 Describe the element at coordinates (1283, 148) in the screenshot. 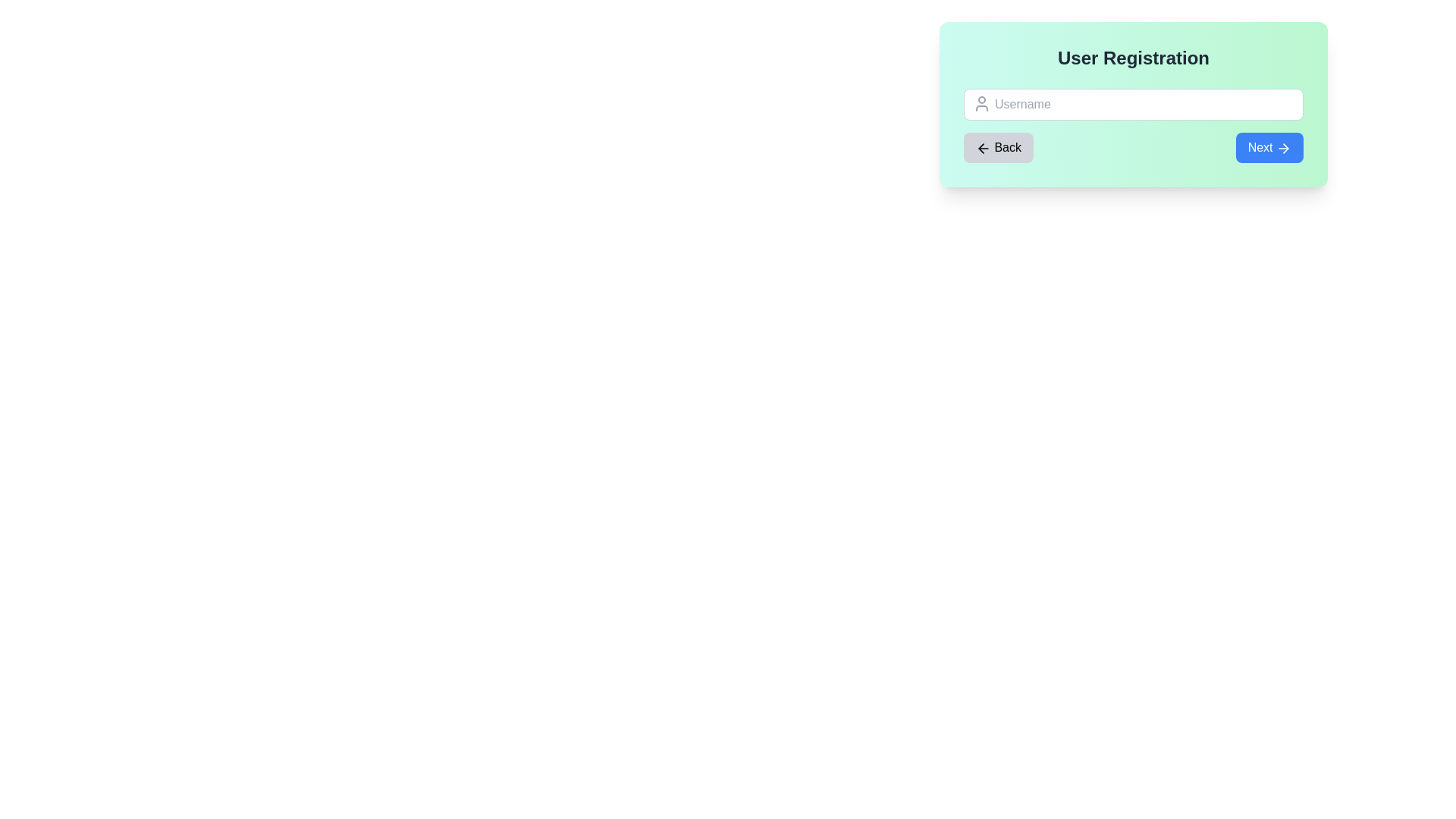

I see `the right-pointing arrow icon within the 'Next' button located in the bottom right corner of the modal interface` at that location.